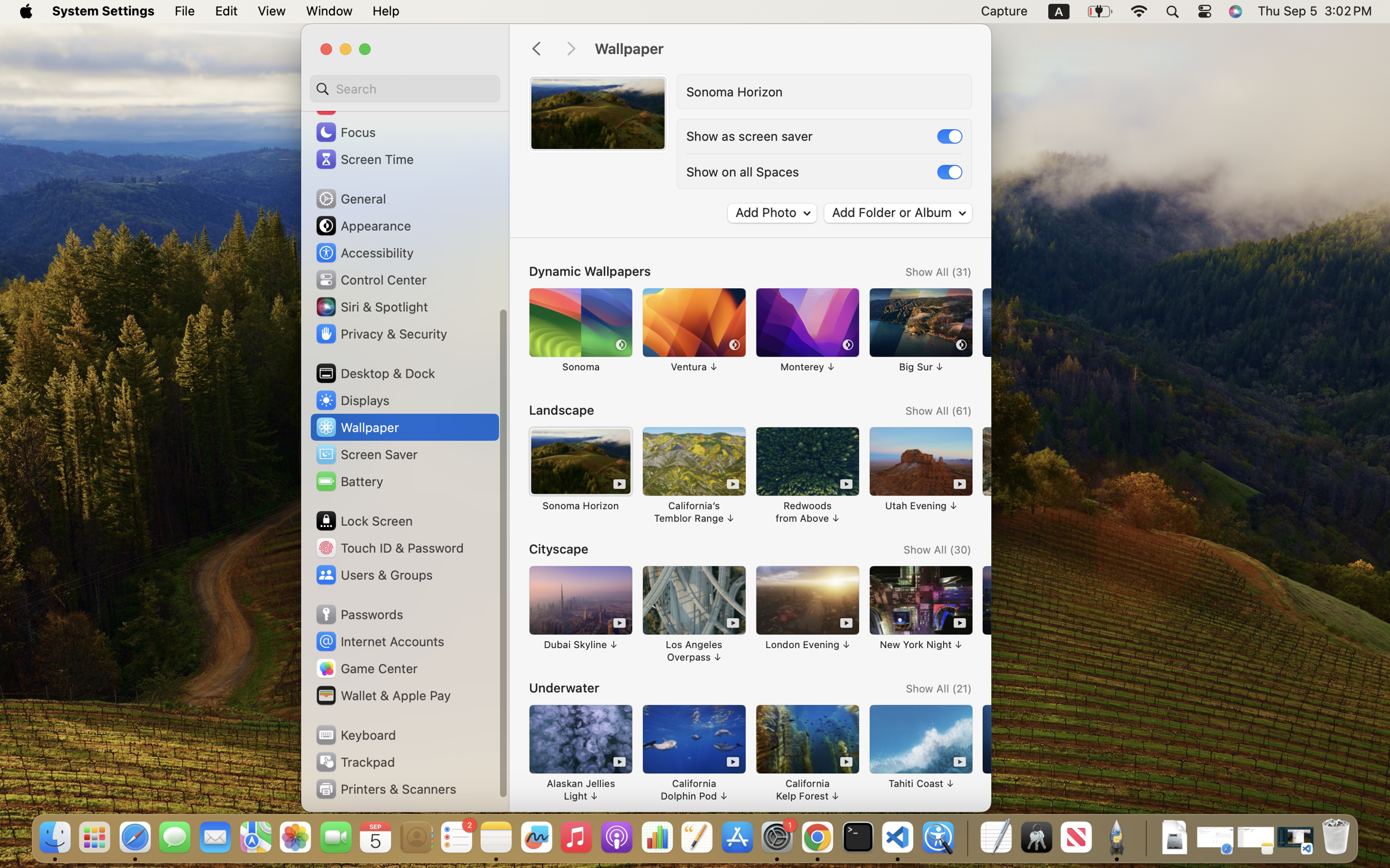 This screenshot has height=868, width=1390. I want to click on 'Sound', so click(346, 104).